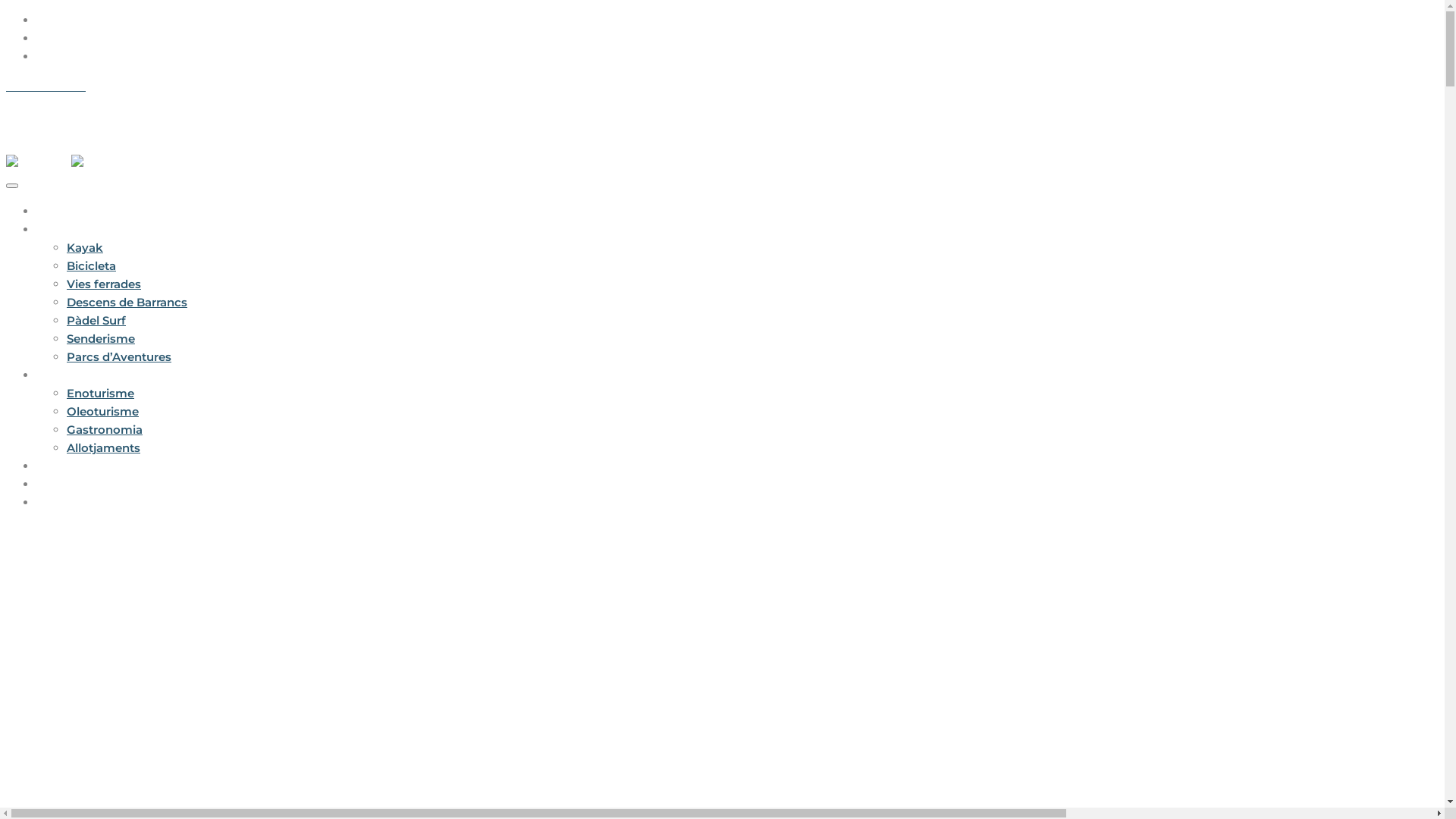  What do you see at coordinates (48, 211) in the screenshot?
I see `'Inici'` at bounding box center [48, 211].